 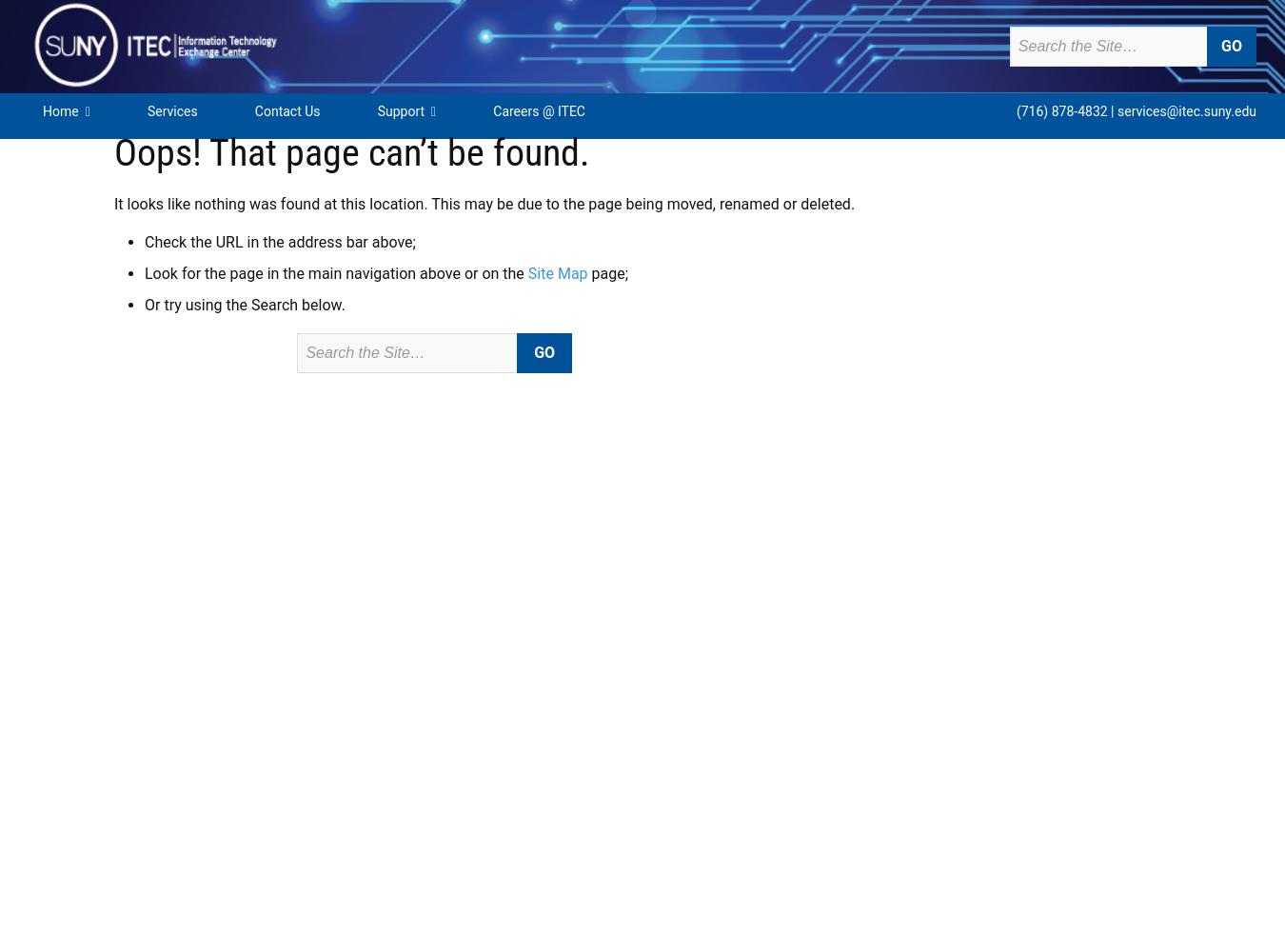 What do you see at coordinates (607, 273) in the screenshot?
I see `'page;'` at bounding box center [607, 273].